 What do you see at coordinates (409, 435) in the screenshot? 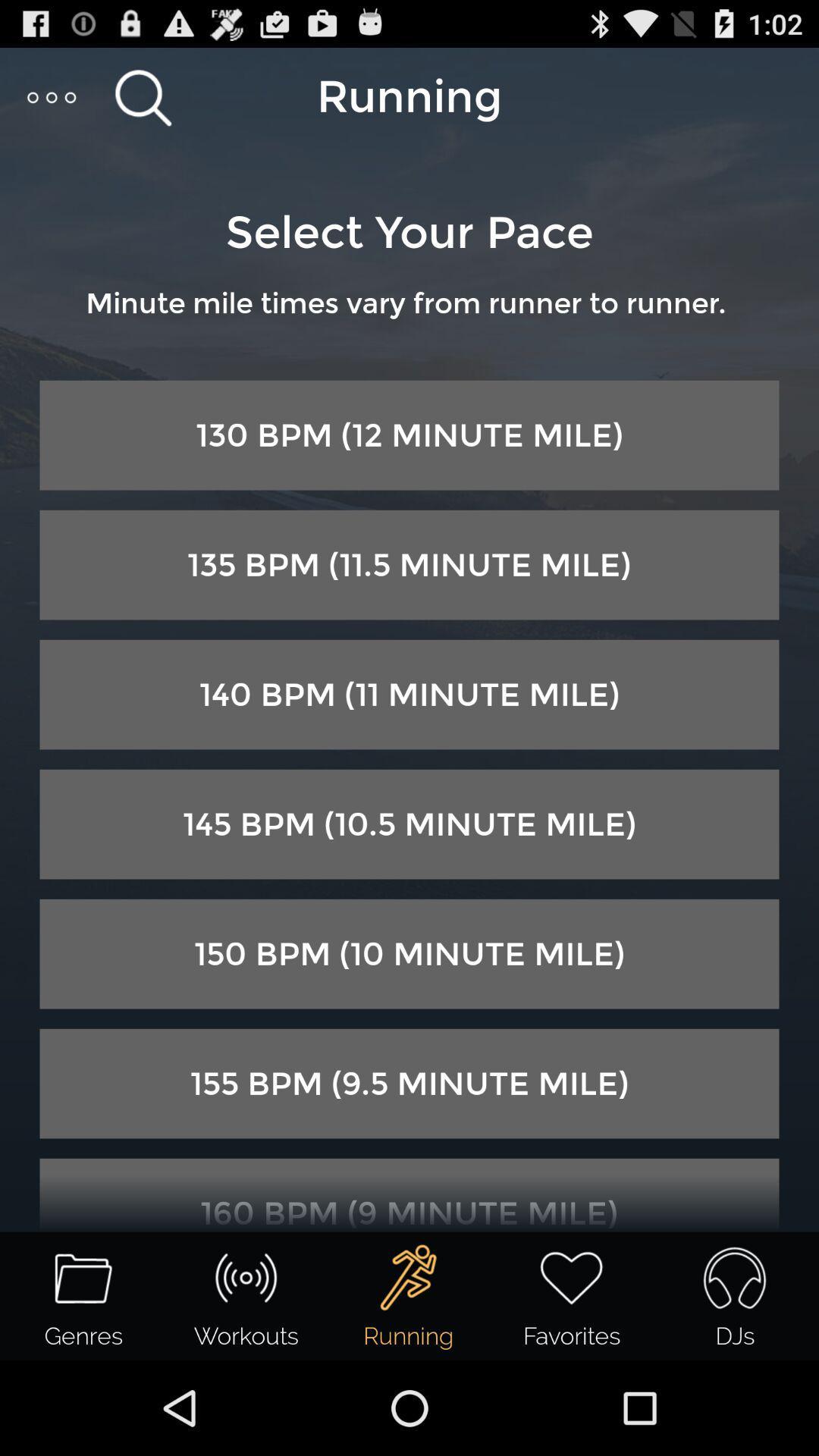
I see `item below the minute mile times item` at bounding box center [409, 435].